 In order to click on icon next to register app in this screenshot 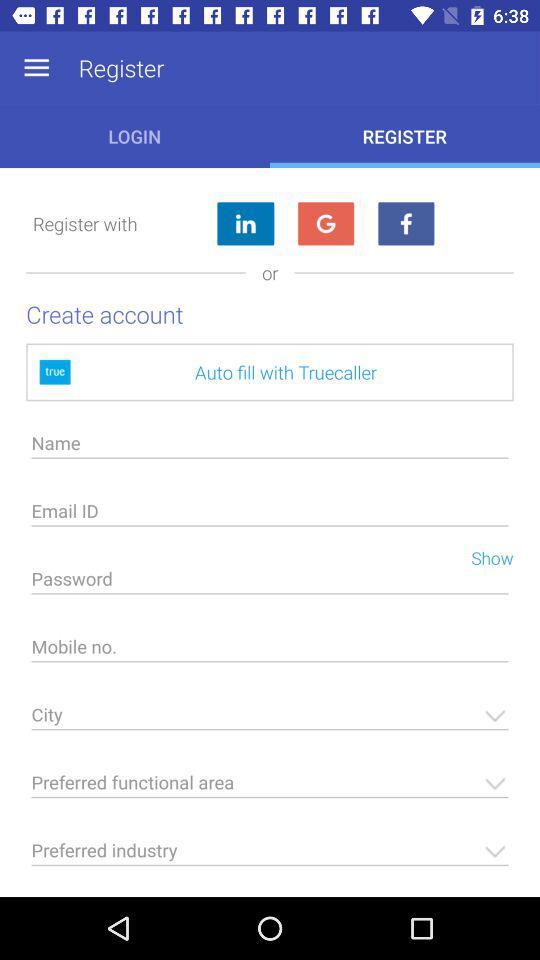, I will do `click(36, 68)`.